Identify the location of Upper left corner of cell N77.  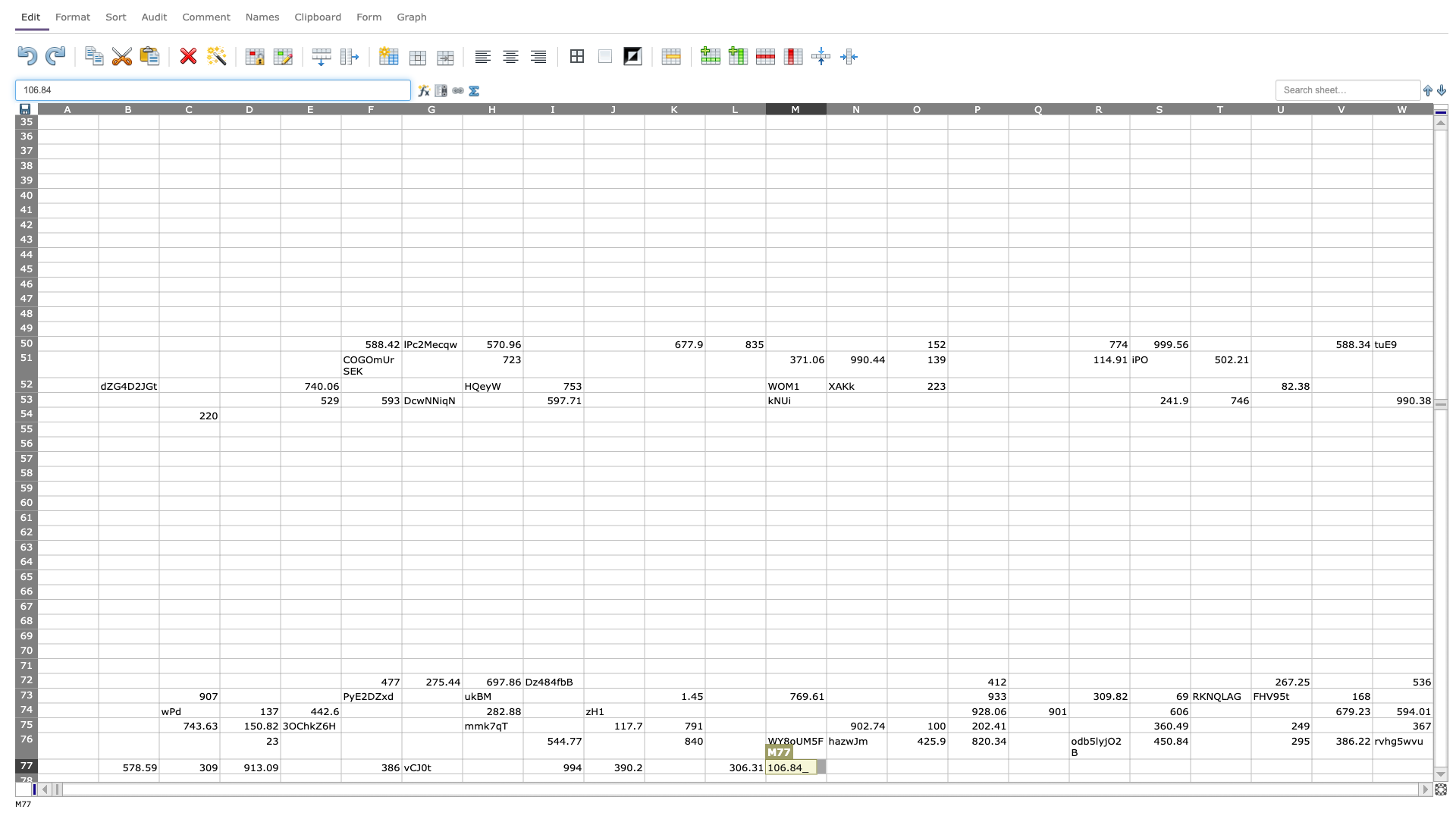
(825, 759).